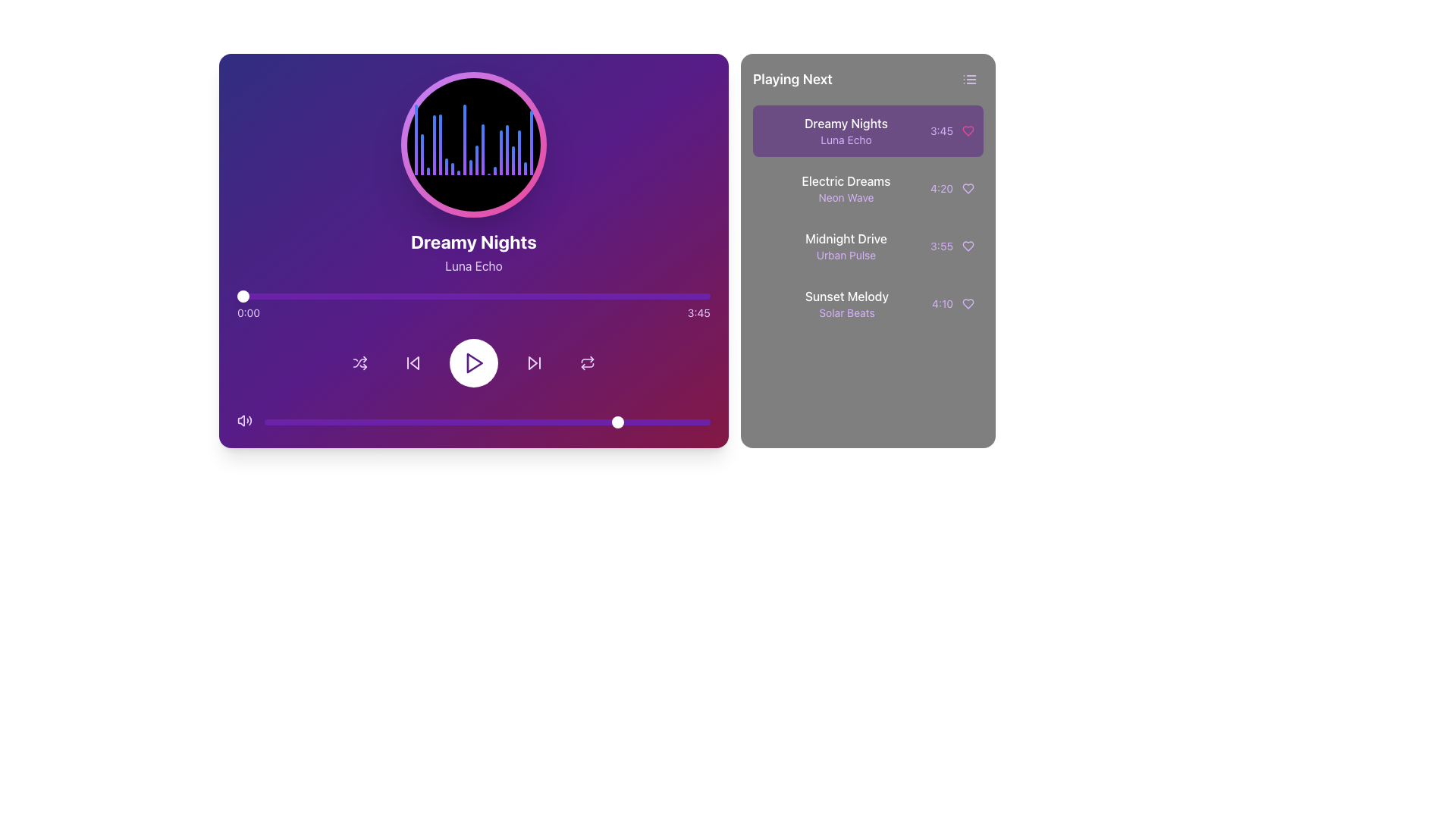  I want to click on the heart-shaped icon representing a 'like' or 'favorite' action located in the 'Playing Next' playlist section, adjacent to the song title and duration of 'Dreamy Nights', positioned directly to the right of the duration text ('3:45'), so click(967, 130).